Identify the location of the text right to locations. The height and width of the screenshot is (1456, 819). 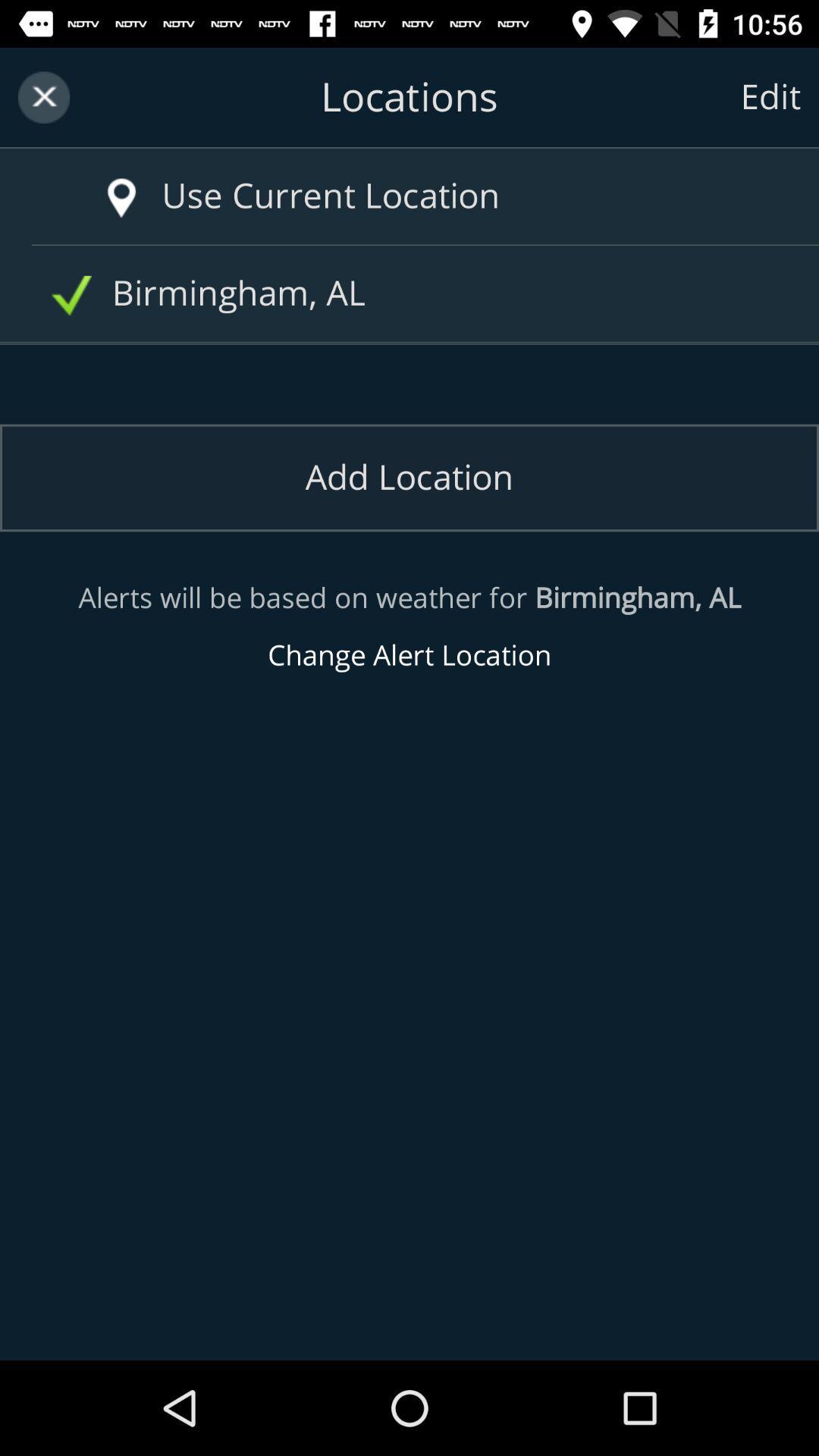
(770, 96).